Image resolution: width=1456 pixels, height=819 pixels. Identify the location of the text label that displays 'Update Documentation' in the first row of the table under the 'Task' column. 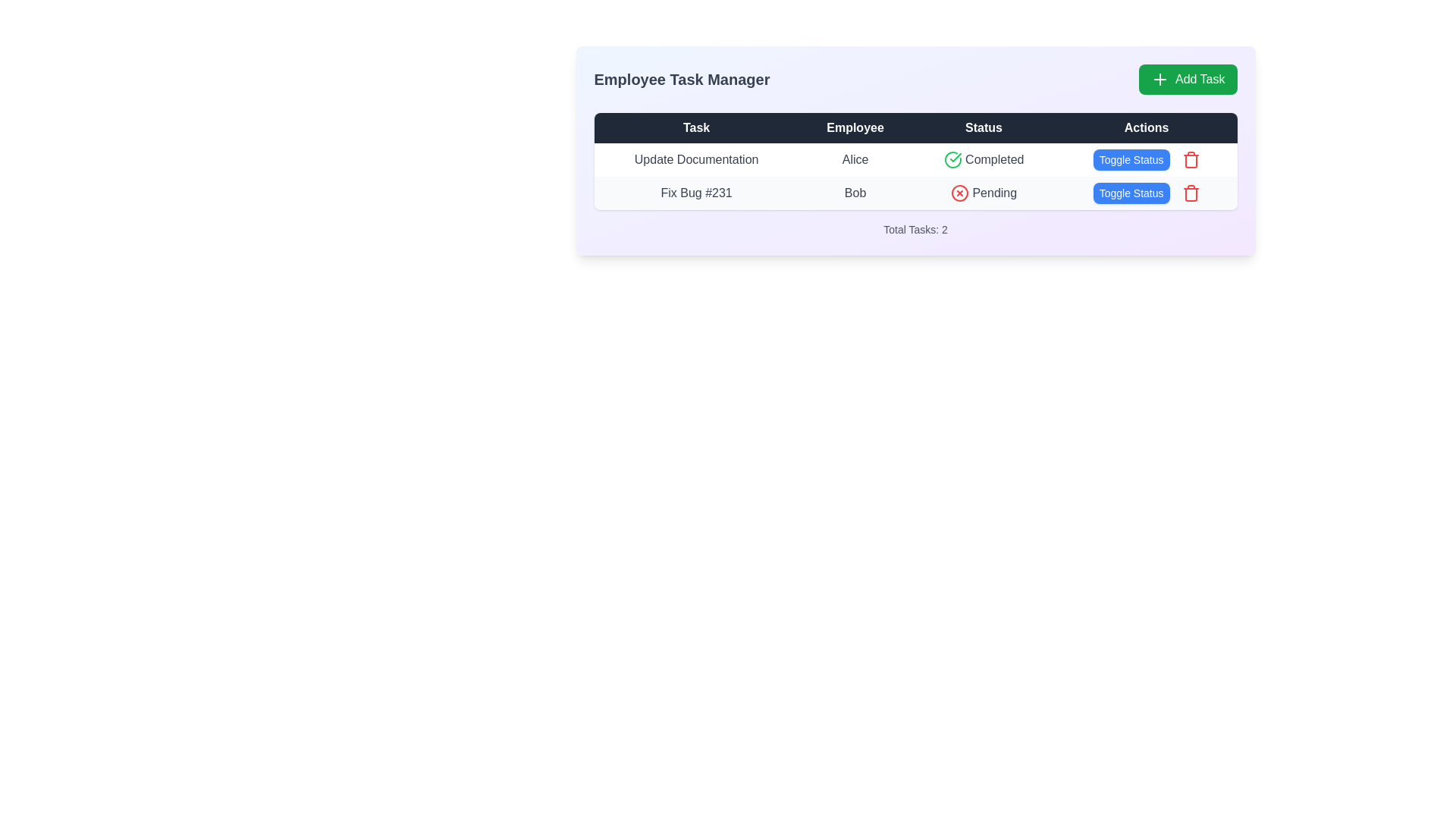
(695, 160).